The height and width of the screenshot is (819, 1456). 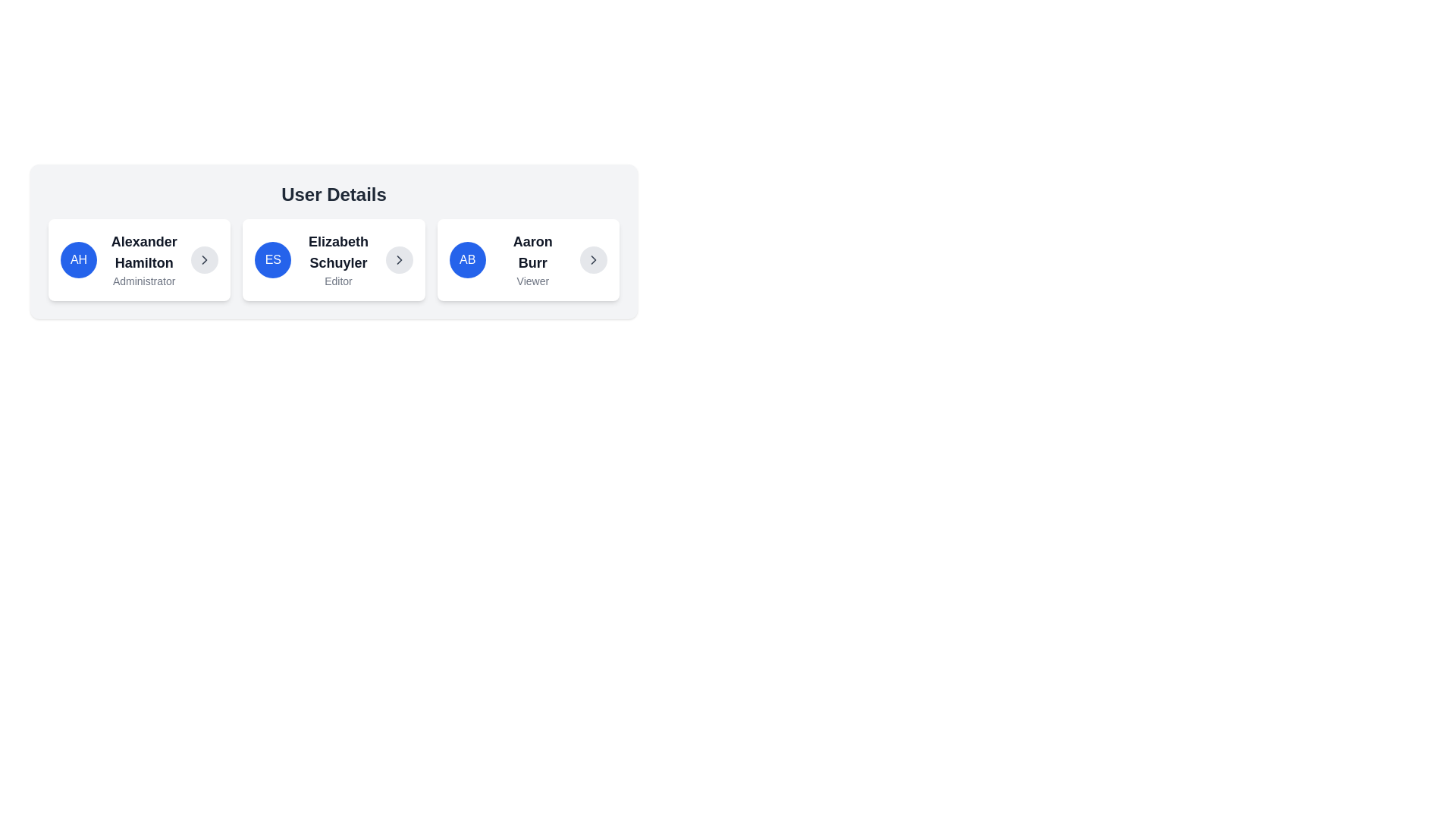 What do you see at coordinates (204, 259) in the screenshot?
I see `the circular button with a gray background and a right-pointing chevron icon, located in the rightmost position of the card displaying 'Alexander Hamilton, Administrator'` at bounding box center [204, 259].